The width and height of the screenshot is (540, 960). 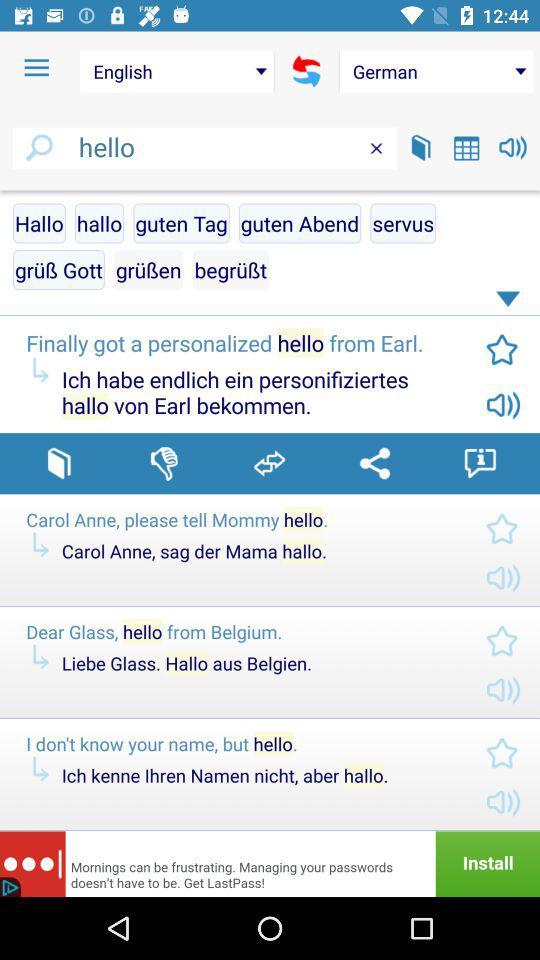 I want to click on dictionary option, so click(x=59, y=463).